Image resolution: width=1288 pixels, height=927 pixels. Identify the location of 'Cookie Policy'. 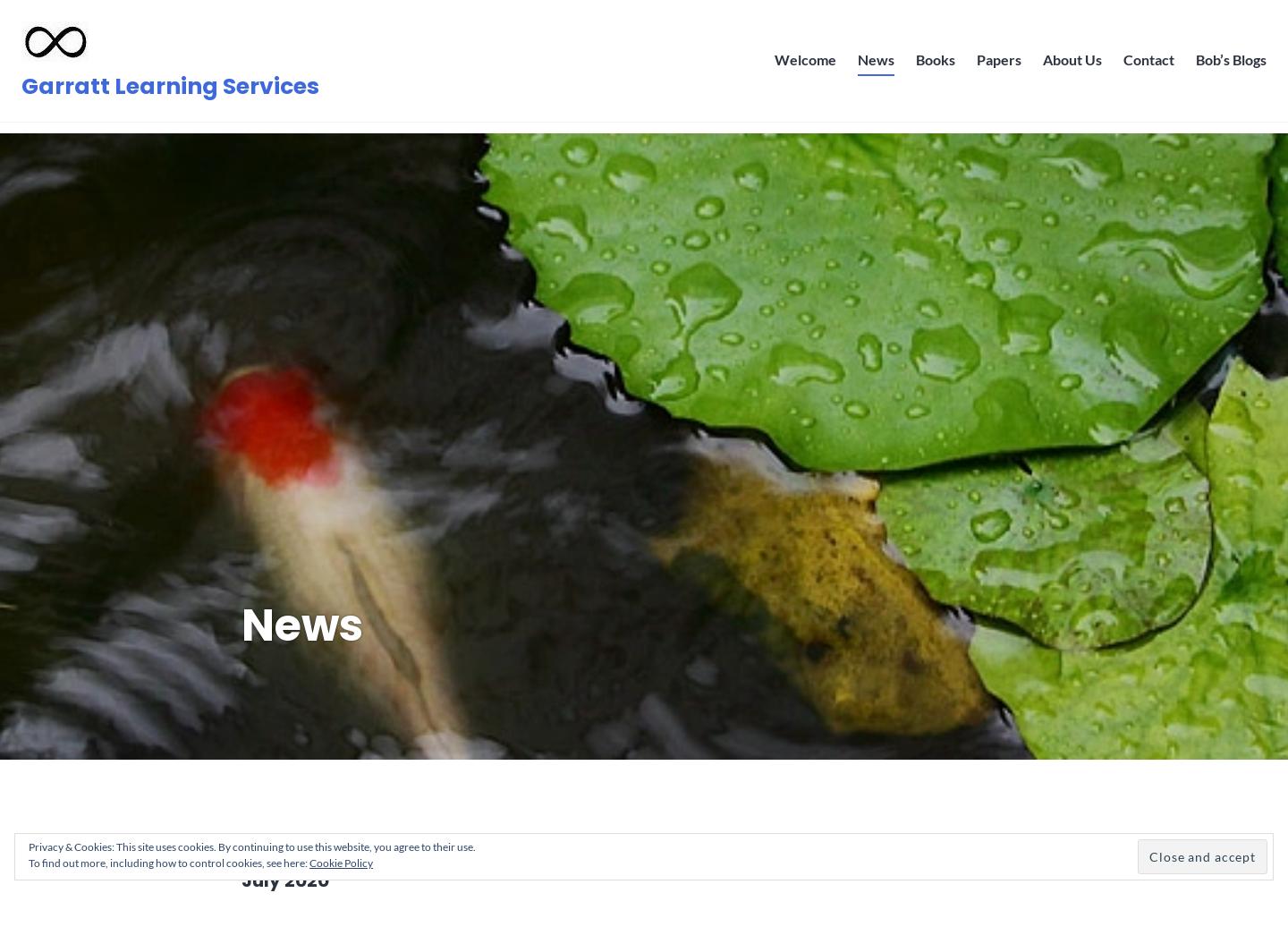
(340, 863).